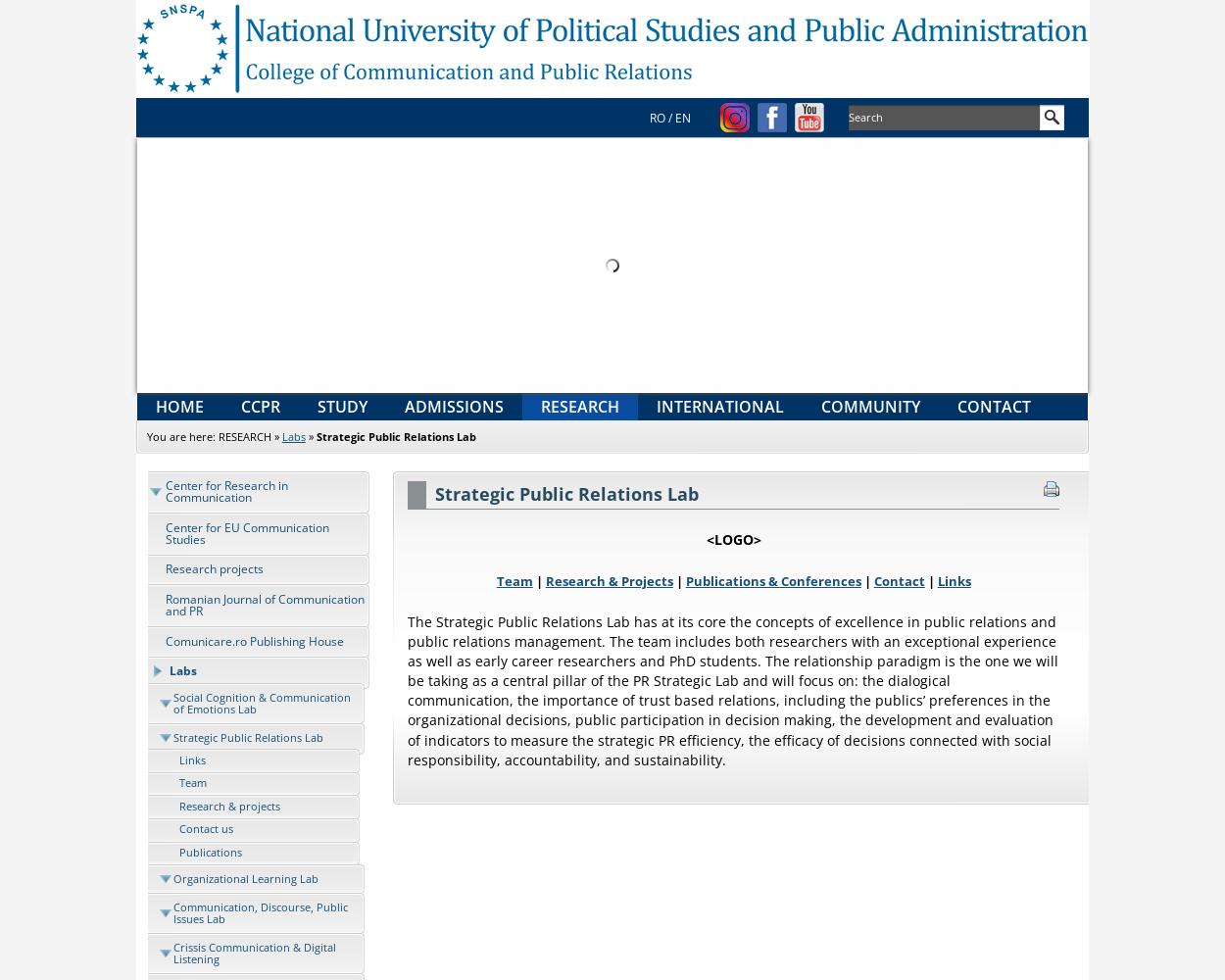  What do you see at coordinates (608, 579) in the screenshot?
I see `'Research & Projects'` at bounding box center [608, 579].